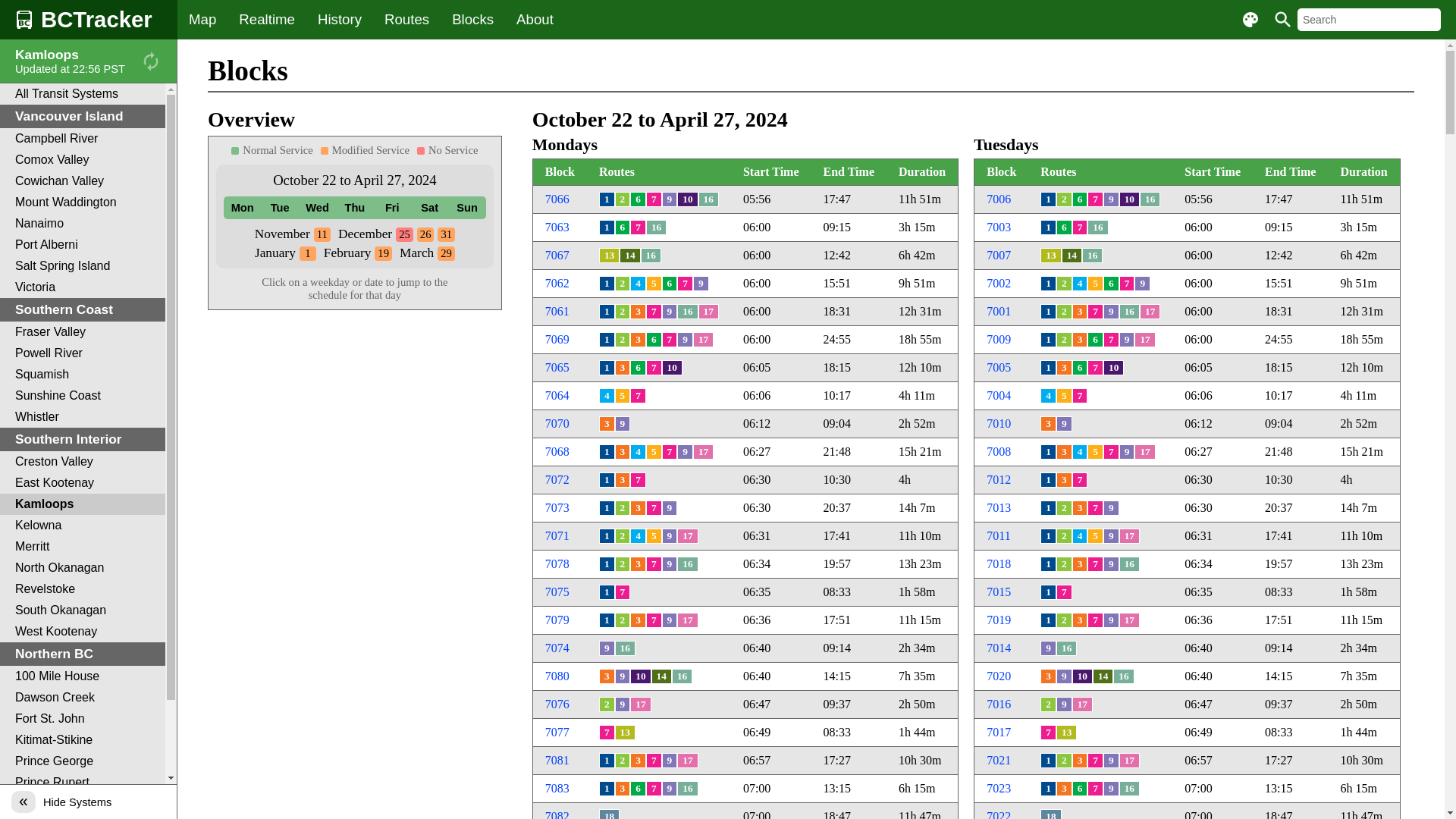 The image size is (1456, 819). I want to click on '2', so click(1063, 198).